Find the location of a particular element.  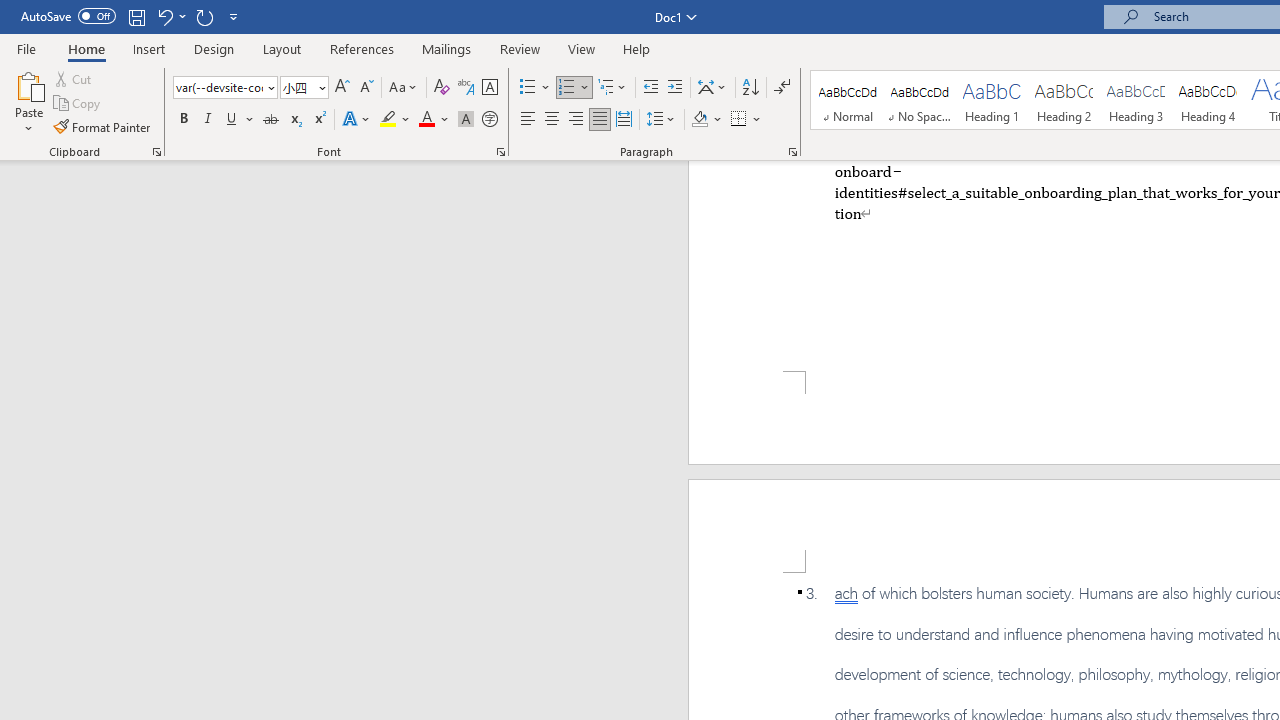

'Align Left' is located at coordinates (528, 119).